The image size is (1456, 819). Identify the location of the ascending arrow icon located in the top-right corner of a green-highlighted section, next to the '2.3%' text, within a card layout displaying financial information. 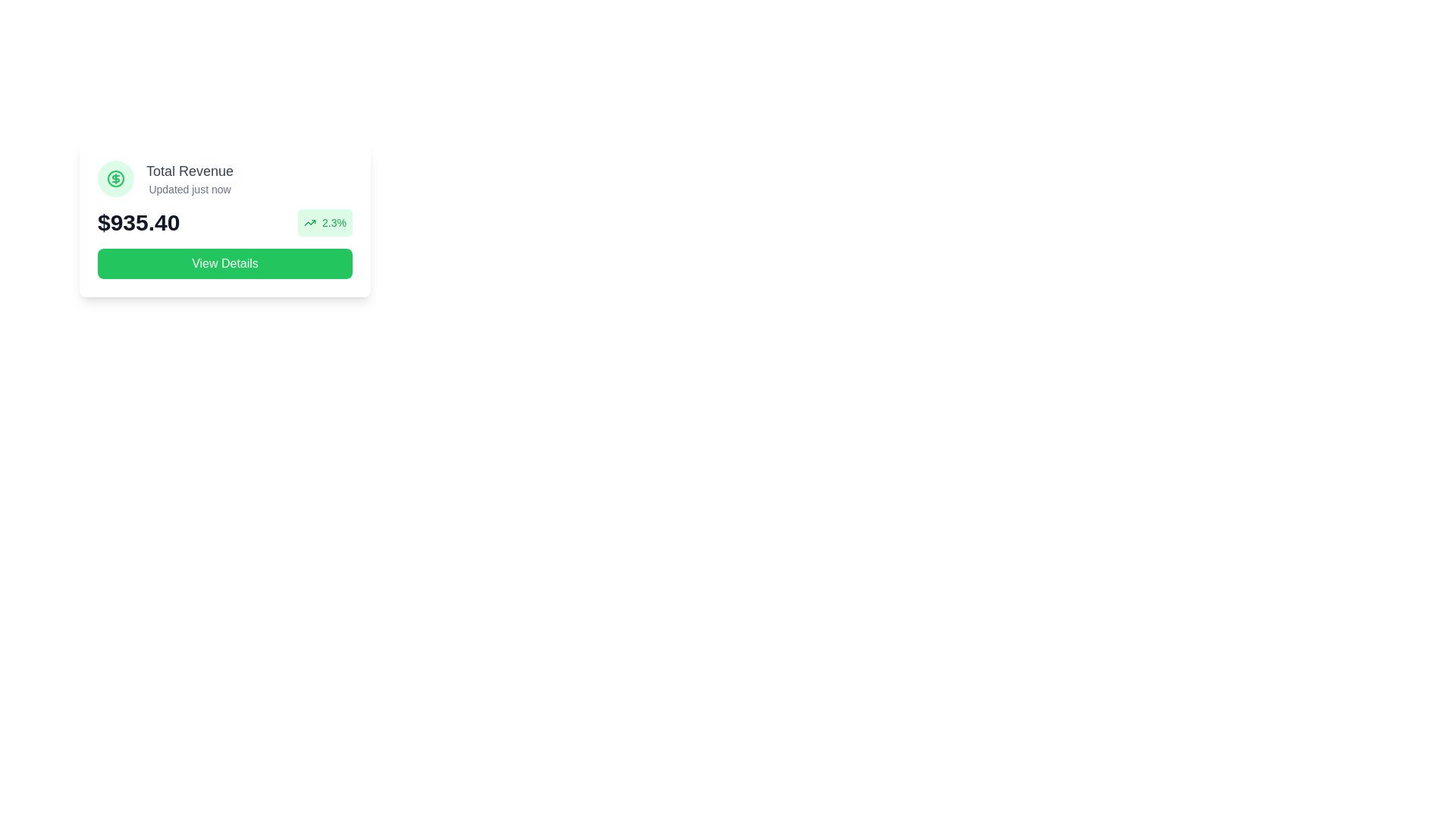
(309, 222).